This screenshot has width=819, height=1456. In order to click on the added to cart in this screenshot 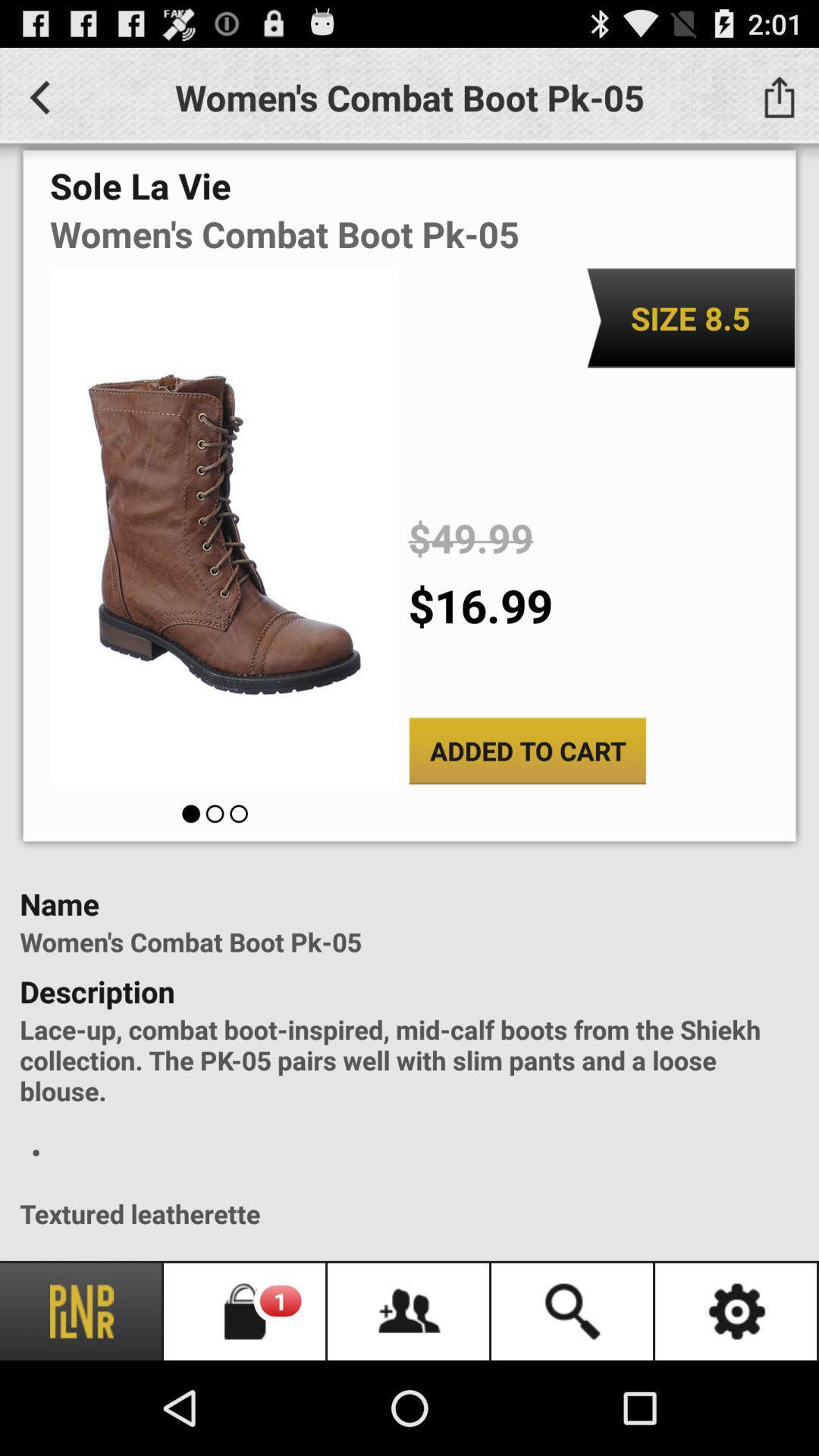, I will do `click(526, 751)`.